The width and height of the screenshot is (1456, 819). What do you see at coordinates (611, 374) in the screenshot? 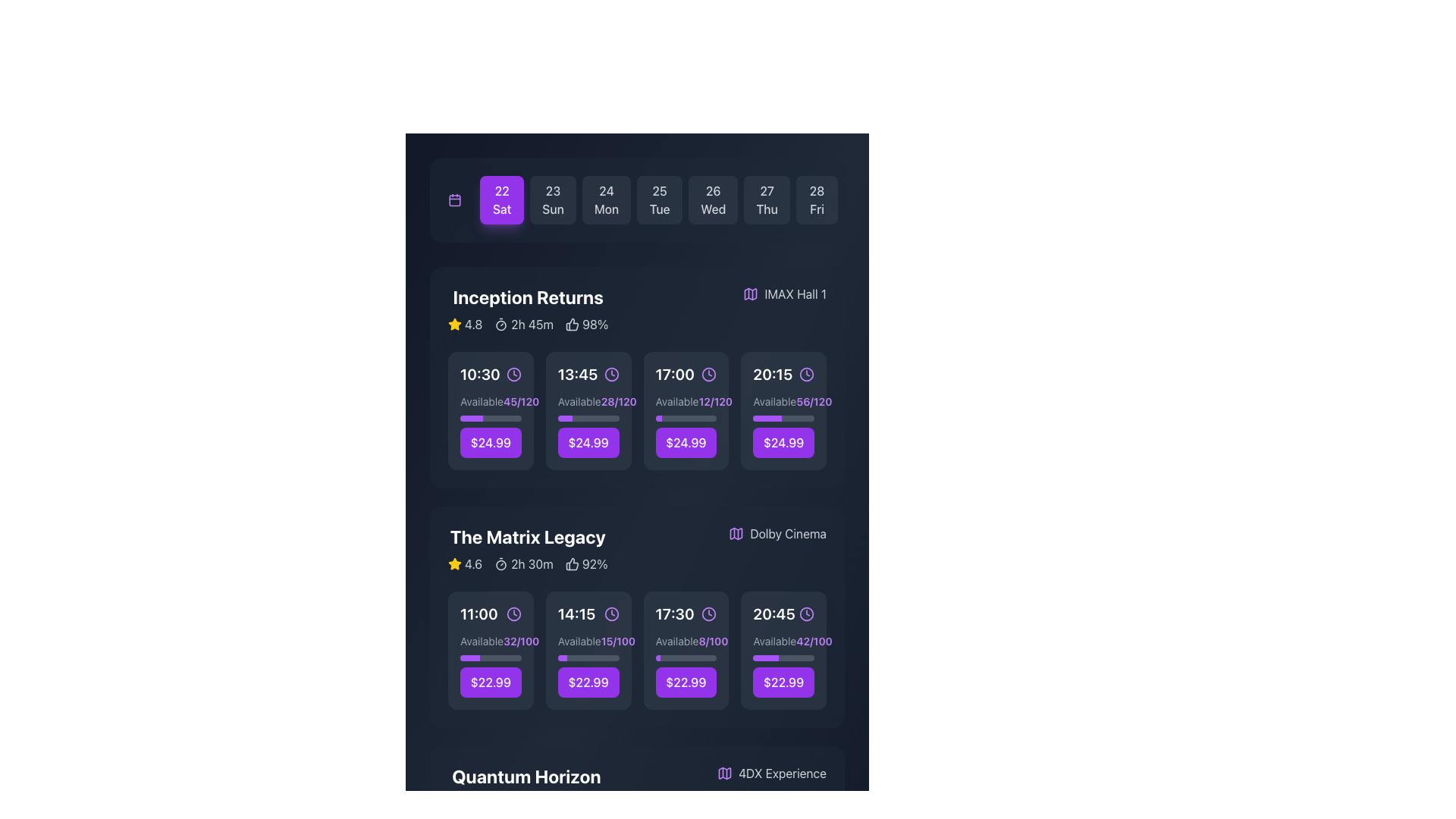
I see `the clock icon located adjacent to the text '13:45' in the second slot of the 'Inception Returns' schedule row, enhancing the interface's readability and recognition of time-related information` at bounding box center [611, 374].